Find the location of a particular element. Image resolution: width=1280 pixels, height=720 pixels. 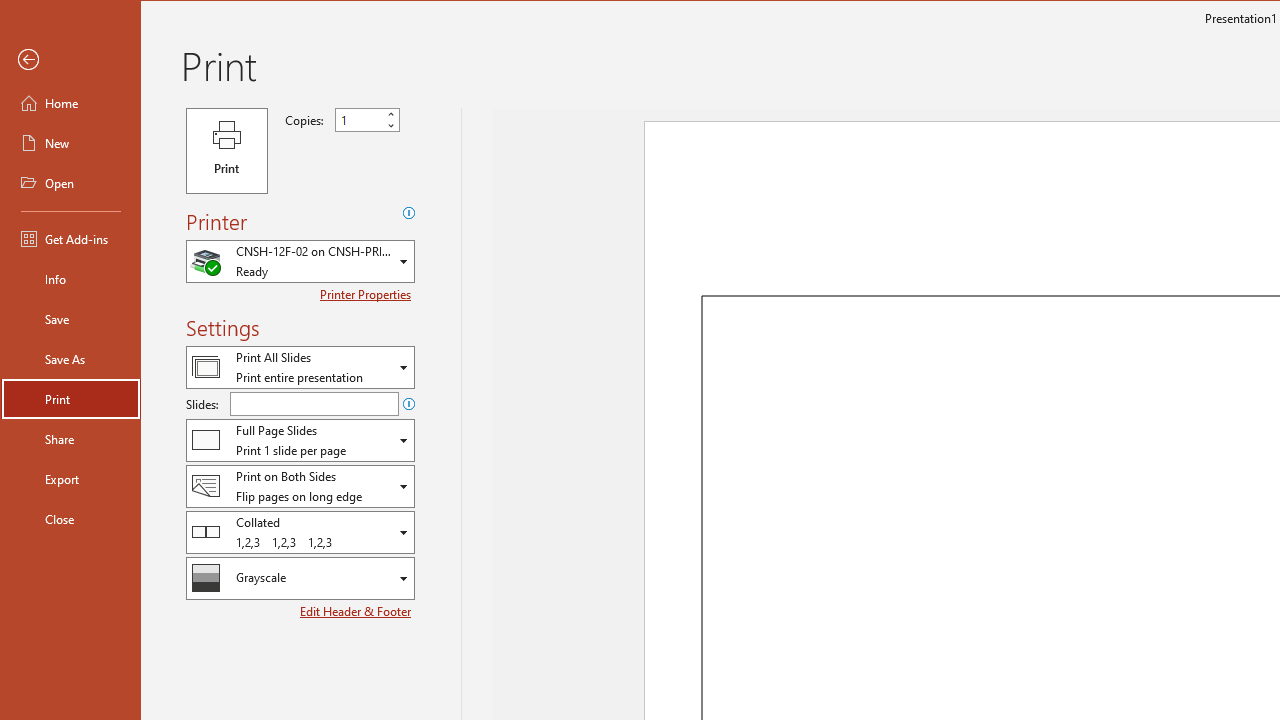

'Get Add-ins' is located at coordinates (71, 238).